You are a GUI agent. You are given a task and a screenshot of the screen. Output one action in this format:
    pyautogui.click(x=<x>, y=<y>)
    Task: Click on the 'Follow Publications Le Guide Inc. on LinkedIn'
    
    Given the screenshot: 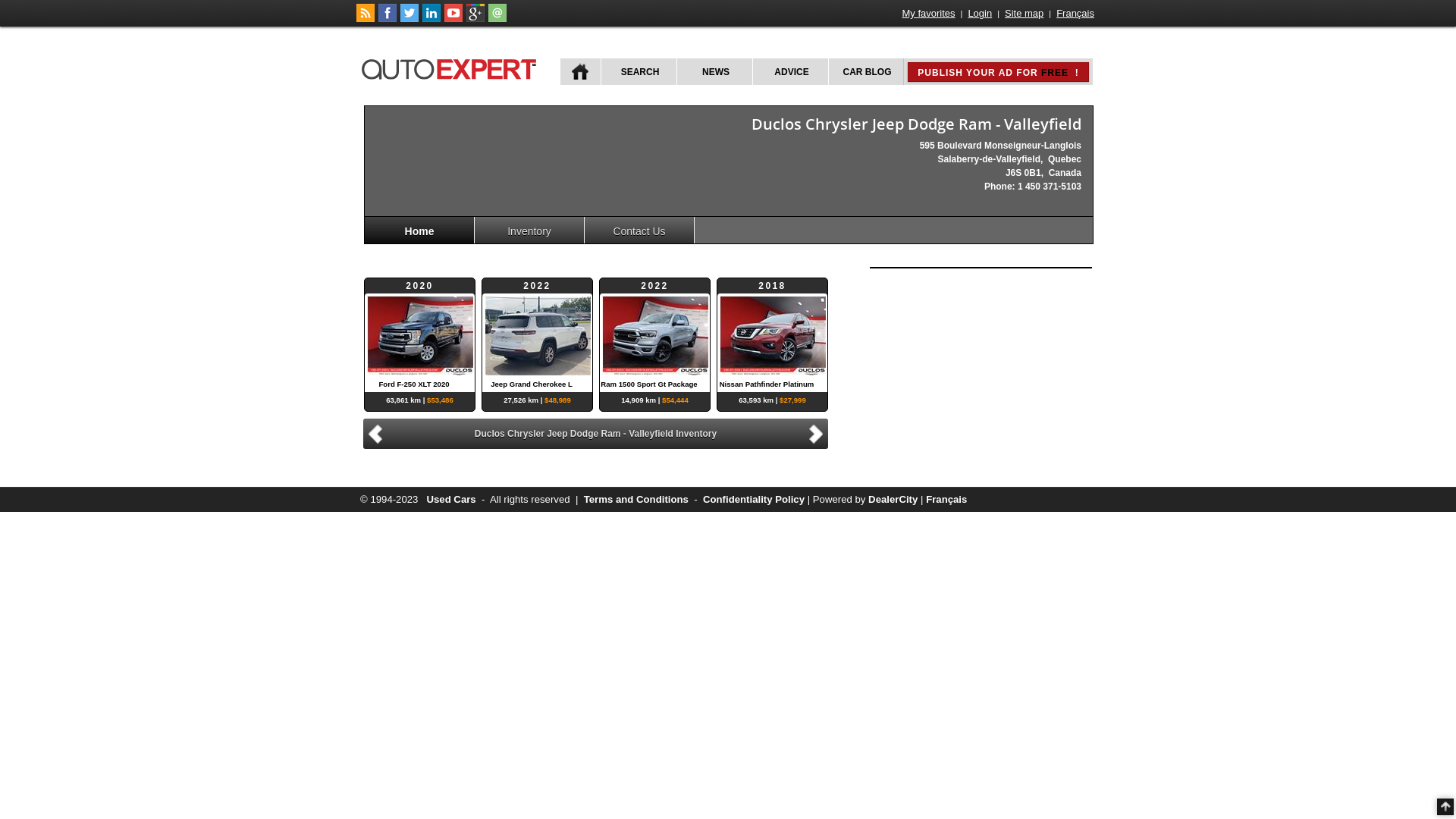 What is the action you would take?
    pyautogui.click(x=431, y=18)
    